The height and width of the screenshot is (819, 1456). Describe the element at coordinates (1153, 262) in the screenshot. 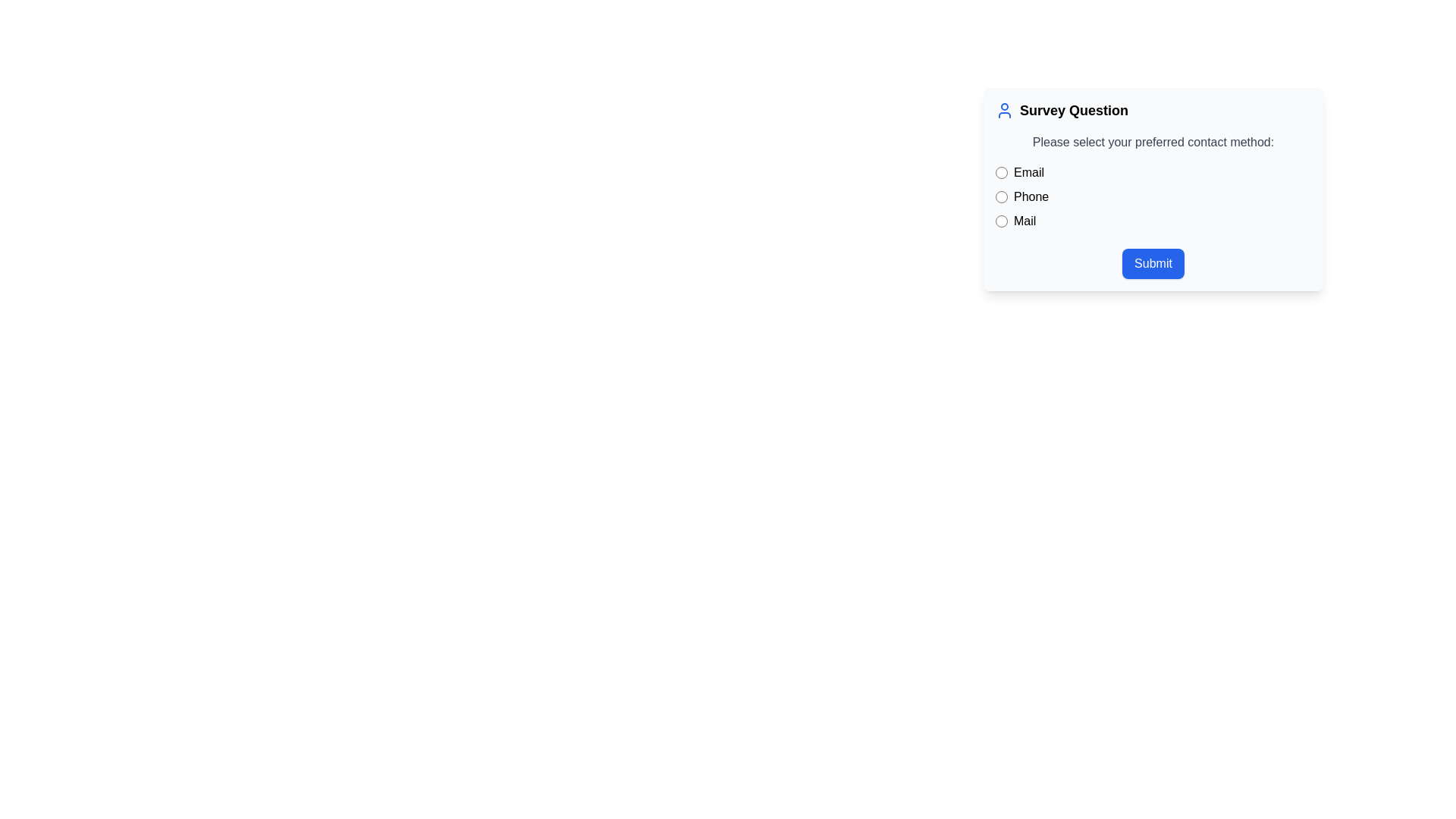

I see `the 'Submit' button, which is a rectangular button with rounded corners, a blue background, and white text, located at the bottom of the survey form` at that location.